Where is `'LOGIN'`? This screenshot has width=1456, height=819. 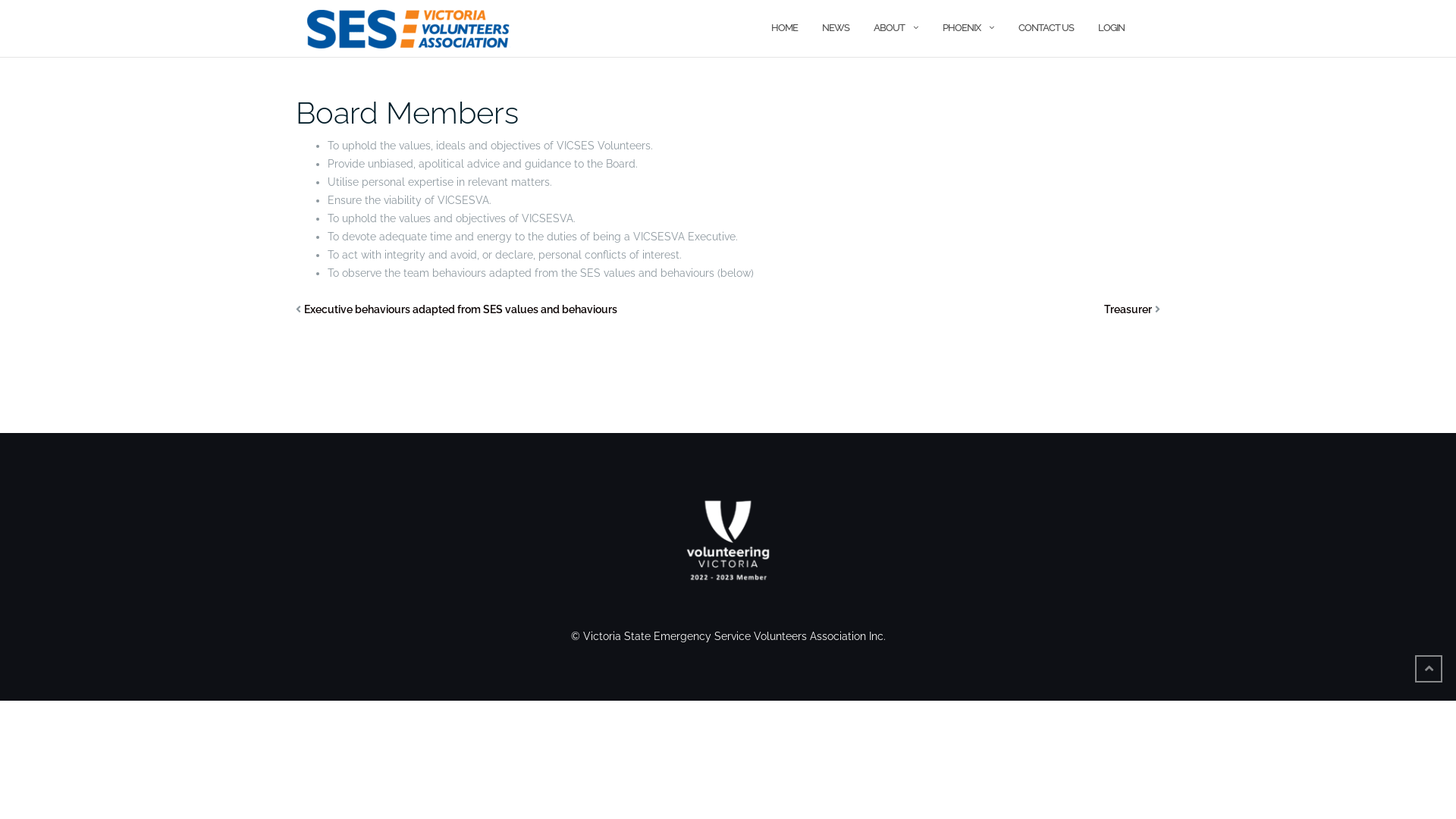 'LOGIN' is located at coordinates (1111, 28).